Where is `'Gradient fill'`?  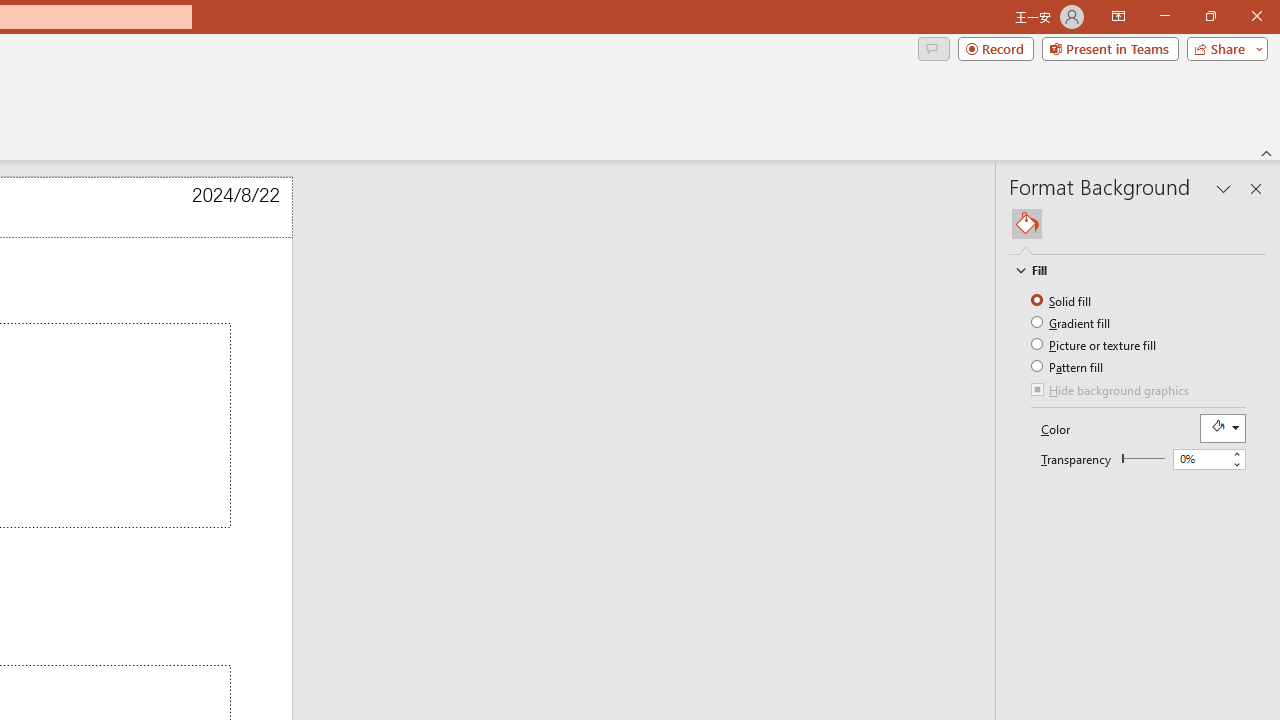 'Gradient fill' is located at coordinates (1071, 321).